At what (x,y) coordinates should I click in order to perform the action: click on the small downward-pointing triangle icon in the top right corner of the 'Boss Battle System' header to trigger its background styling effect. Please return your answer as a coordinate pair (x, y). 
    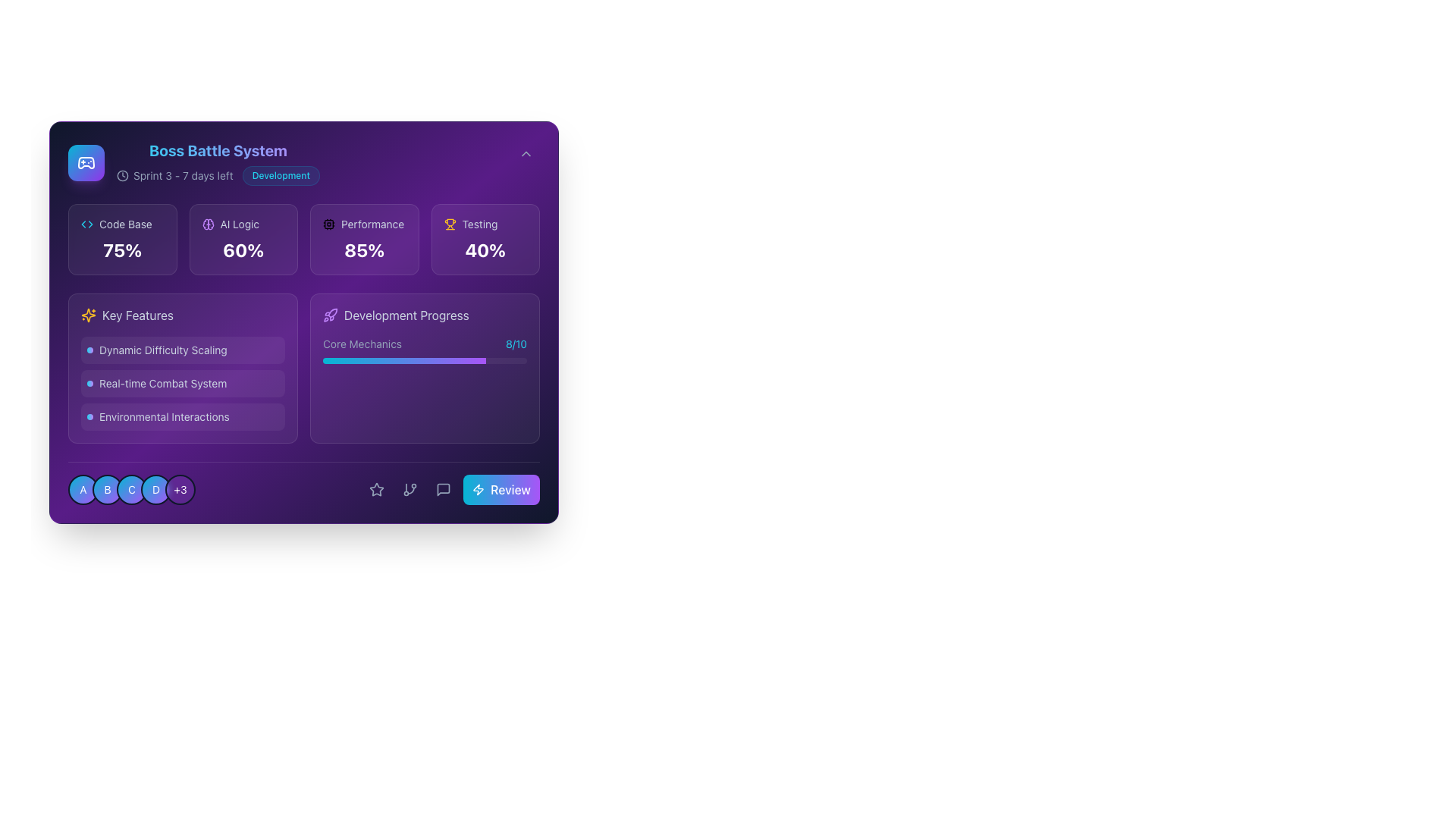
    Looking at the image, I should click on (526, 154).